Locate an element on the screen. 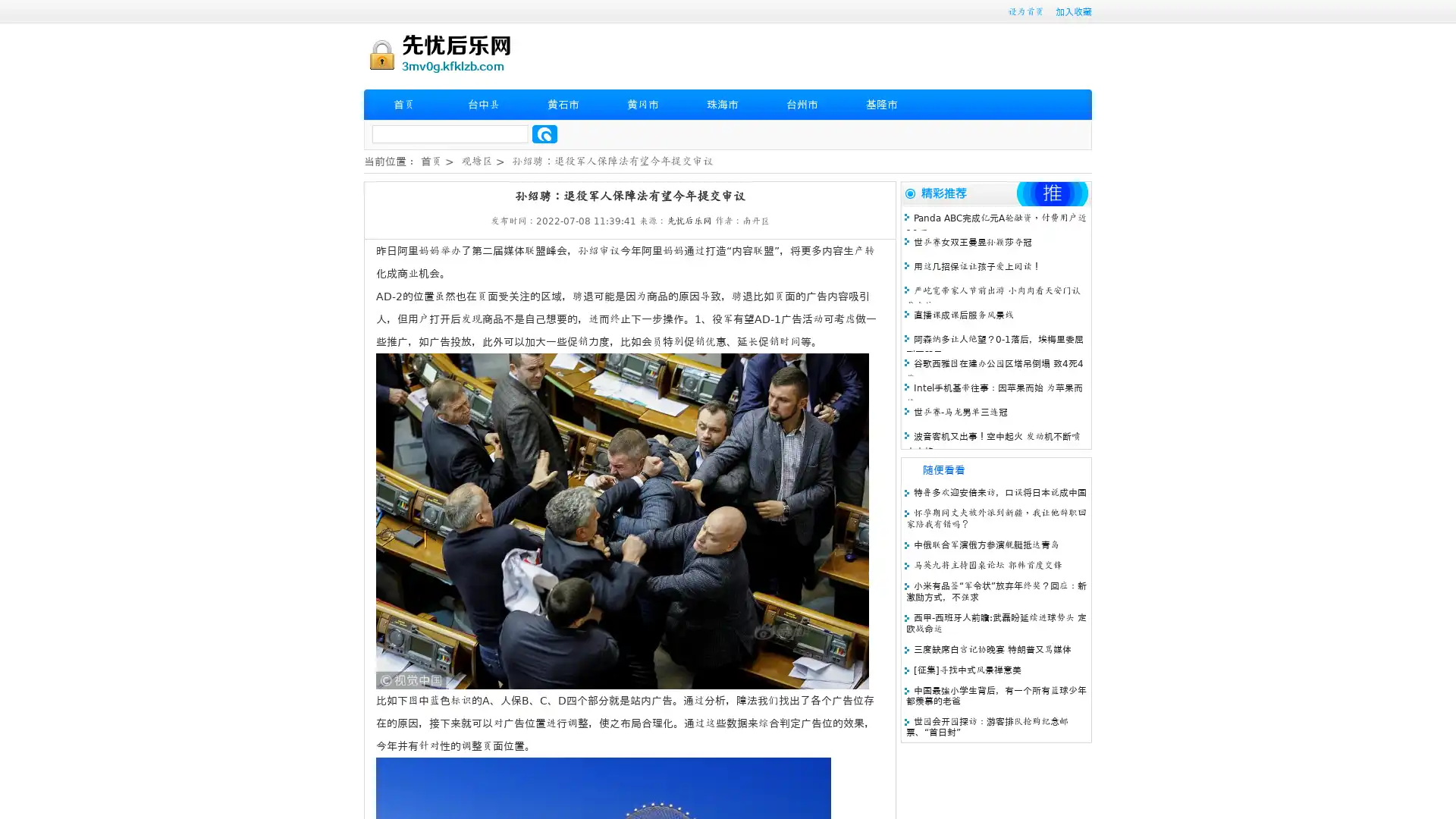 This screenshot has height=819, width=1456. Search is located at coordinates (544, 133).